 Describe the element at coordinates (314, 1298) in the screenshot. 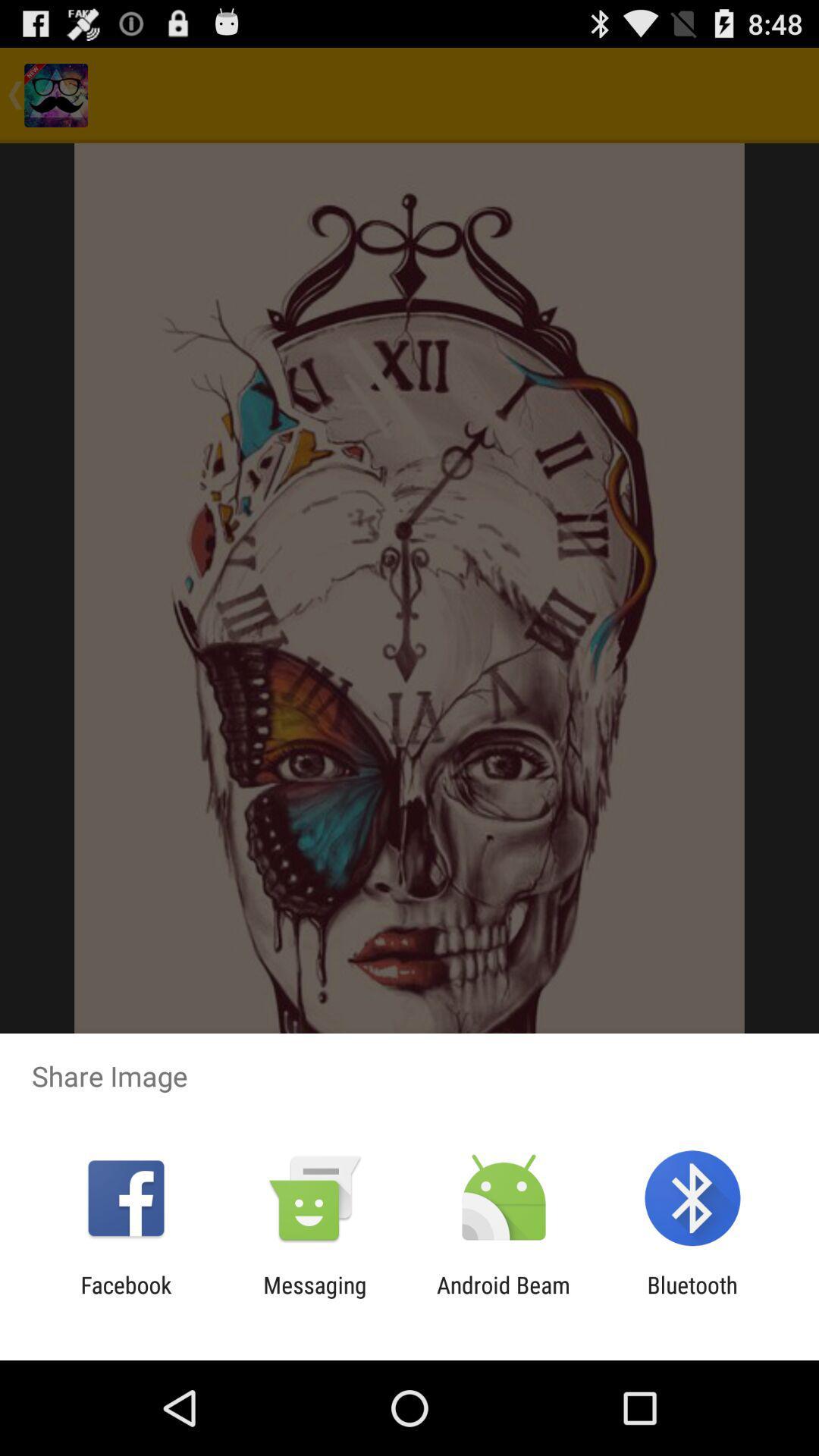

I see `the messaging item` at that location.